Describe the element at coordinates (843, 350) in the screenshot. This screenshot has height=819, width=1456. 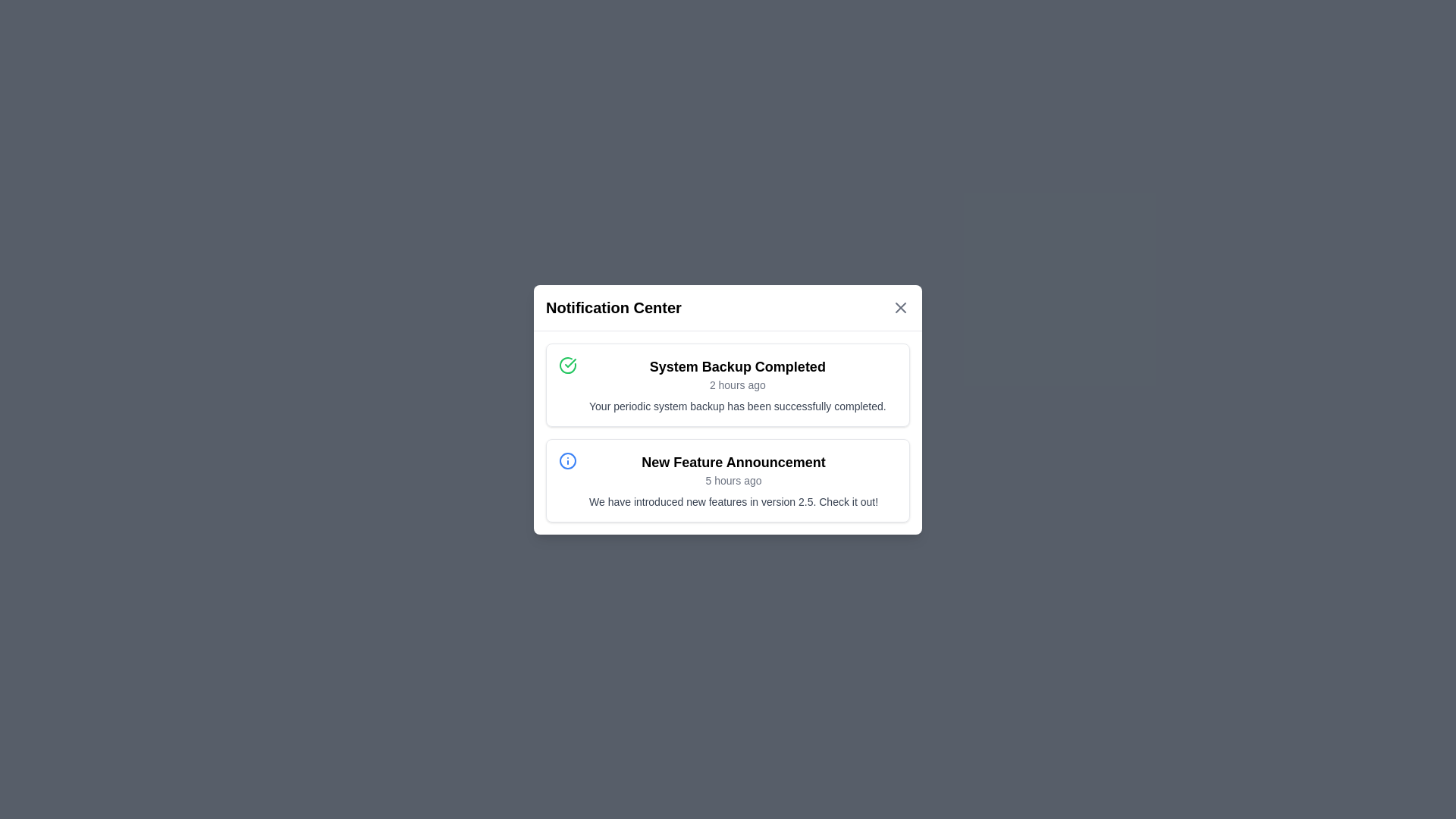
I see `details of the top notification card in the Notification Center that indicates a successful periodic system backup, located centrally in the white notification box` at that location.